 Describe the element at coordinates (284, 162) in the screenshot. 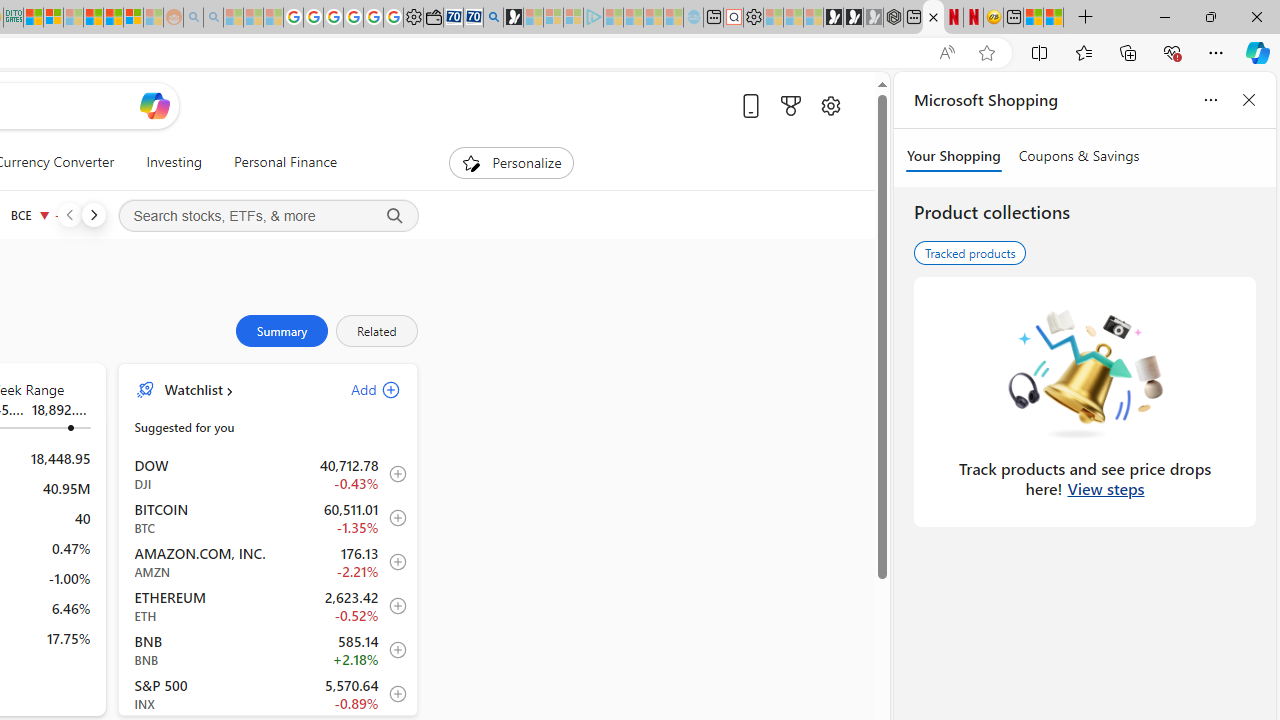

I see `'Personal Finance'` at that location.